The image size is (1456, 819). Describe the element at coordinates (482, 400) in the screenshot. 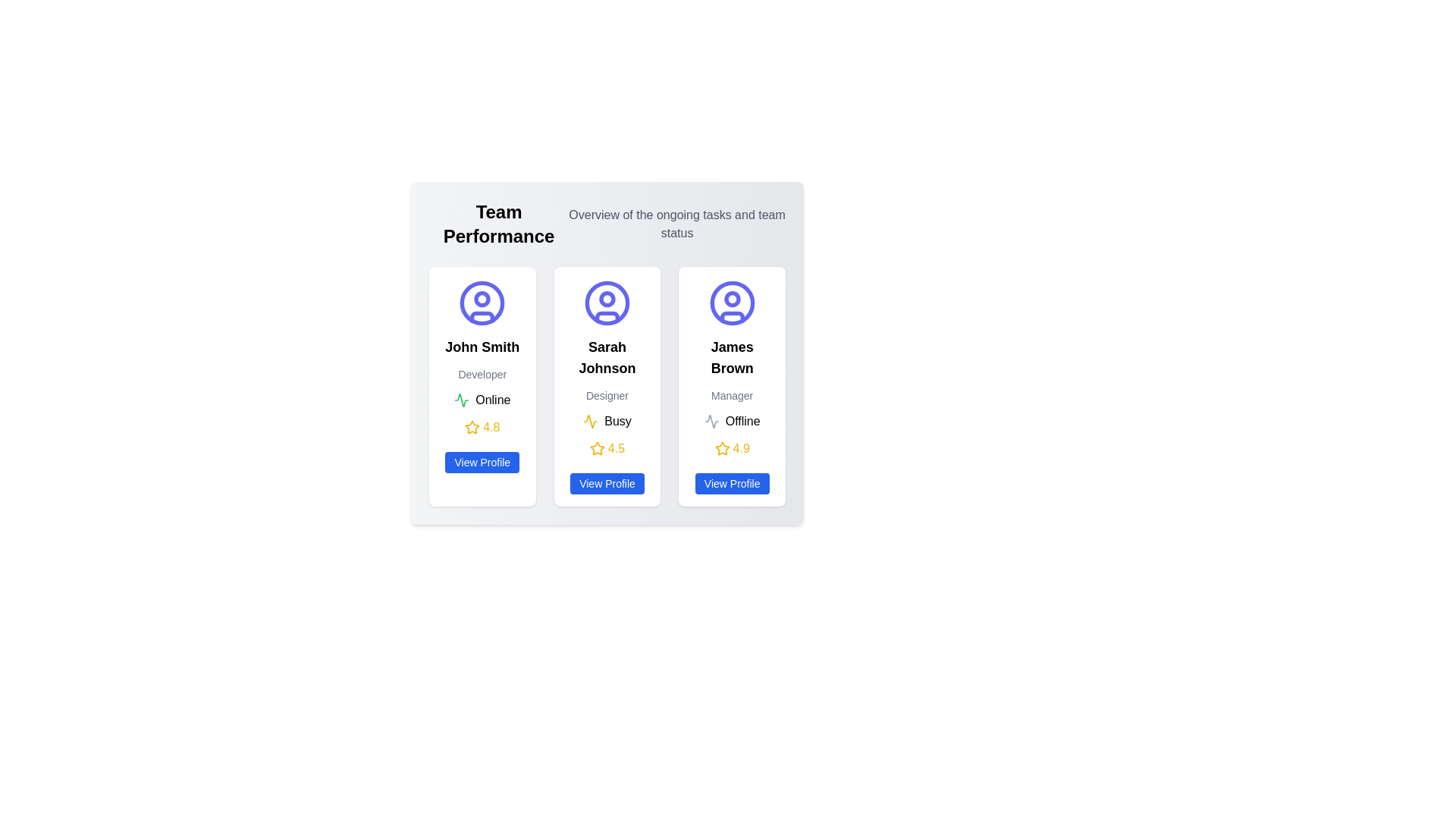

I see `status text of the Status label located in the middle portion of the first card, beneath the text 'Developer' and above the rating display for John Smith` at that location.